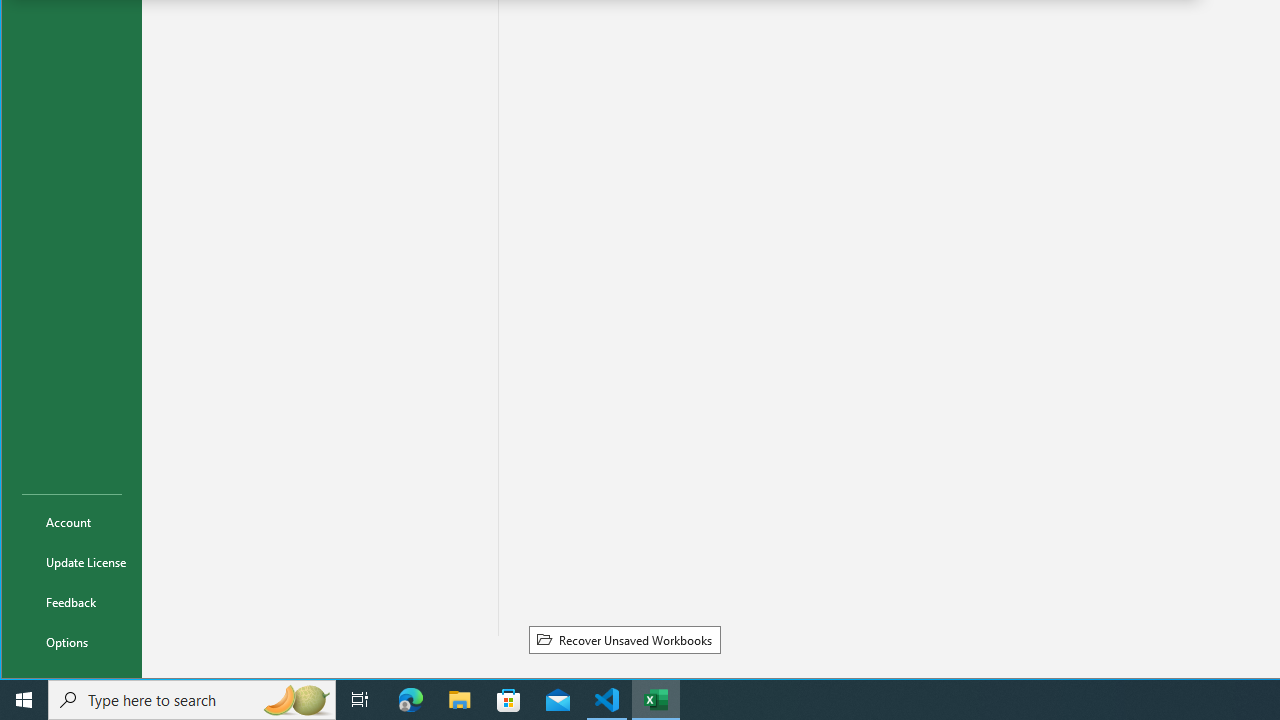  What do you see at coordinates (656, 698) in the screenshot?
I see `'Excel - 1 running window'` at bounding box center [656, 698].